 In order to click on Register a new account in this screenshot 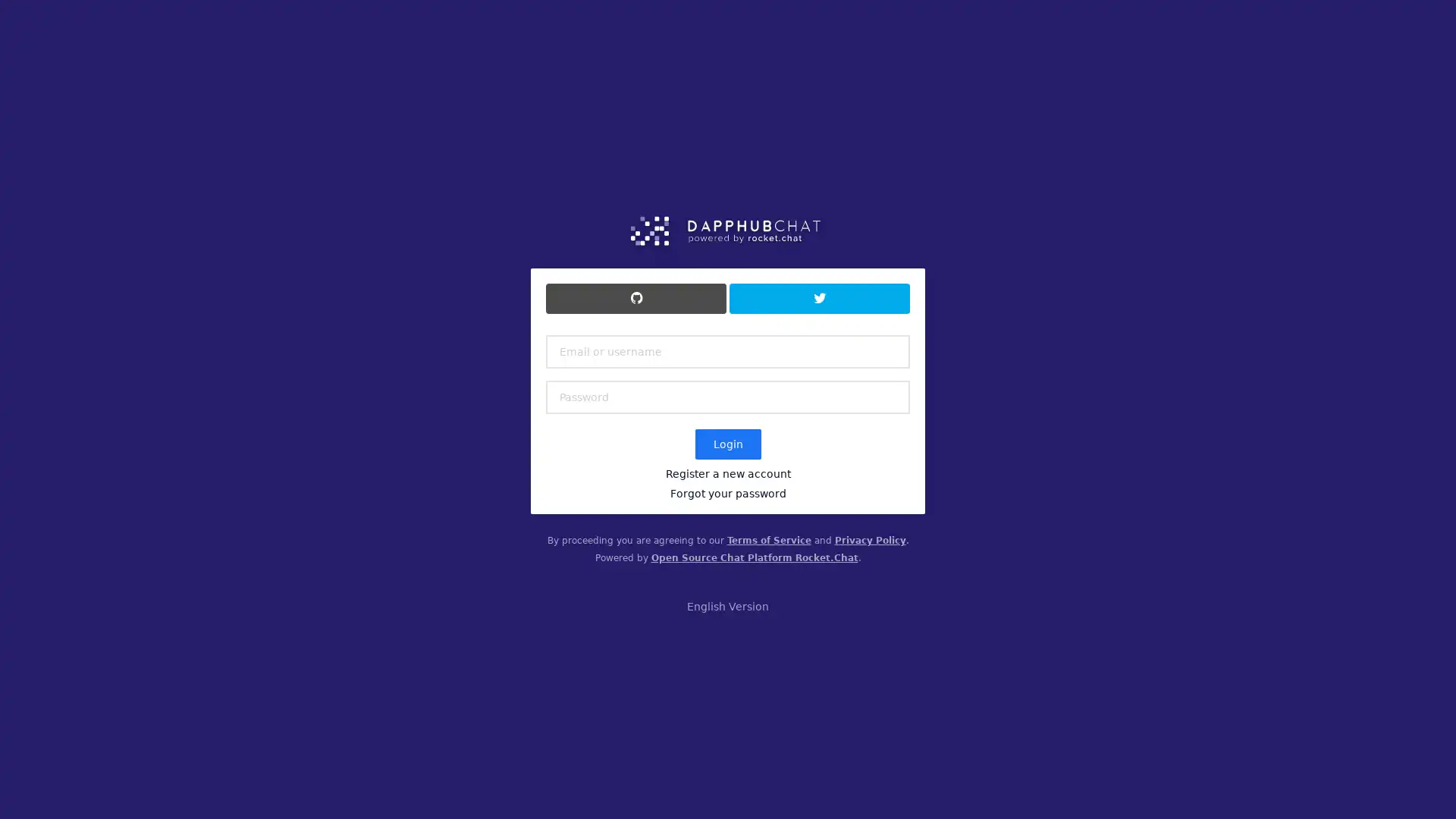, I will do `click(726, 472)`.